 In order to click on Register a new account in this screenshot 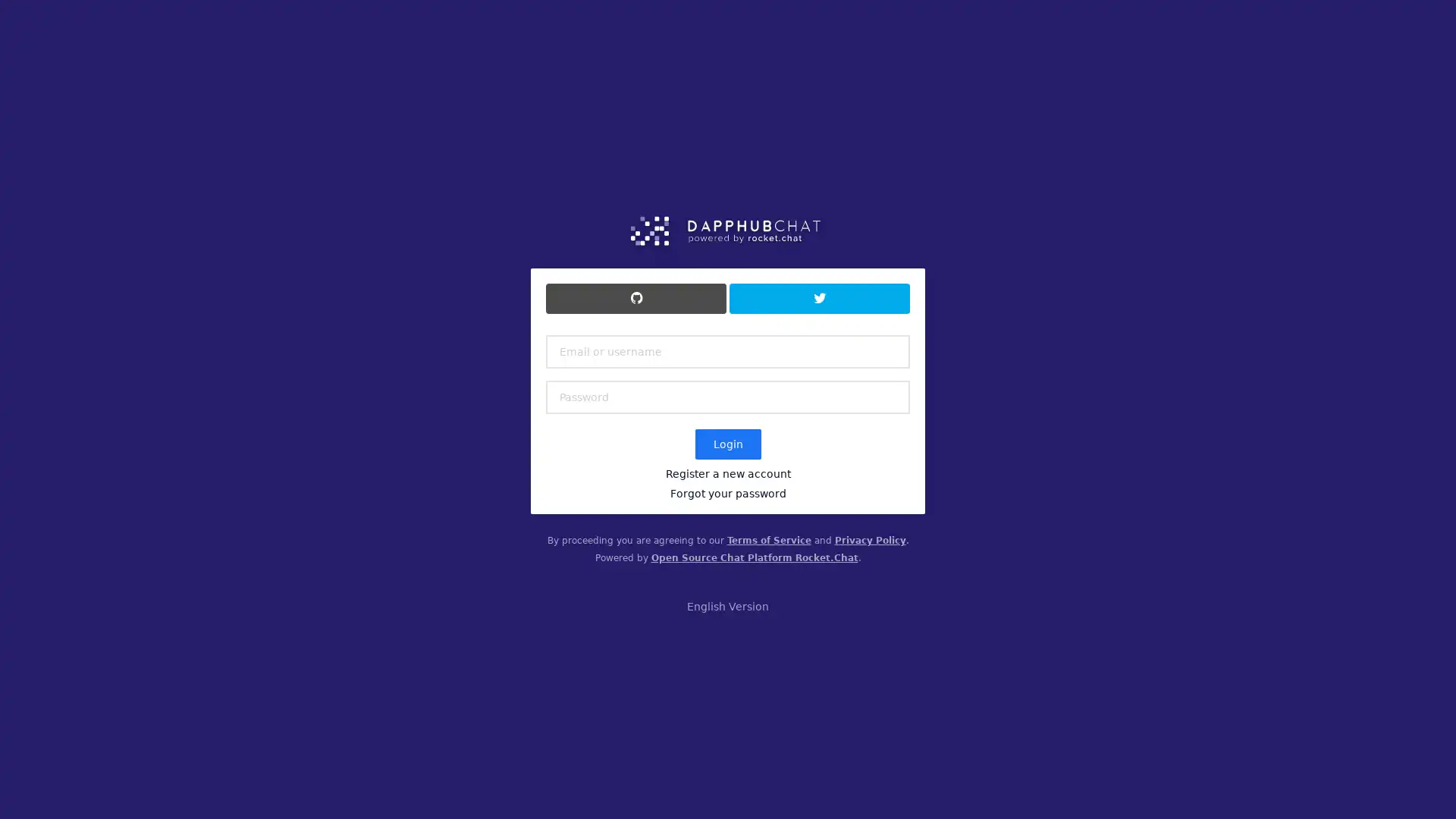, I will do `click(726, 472)`.